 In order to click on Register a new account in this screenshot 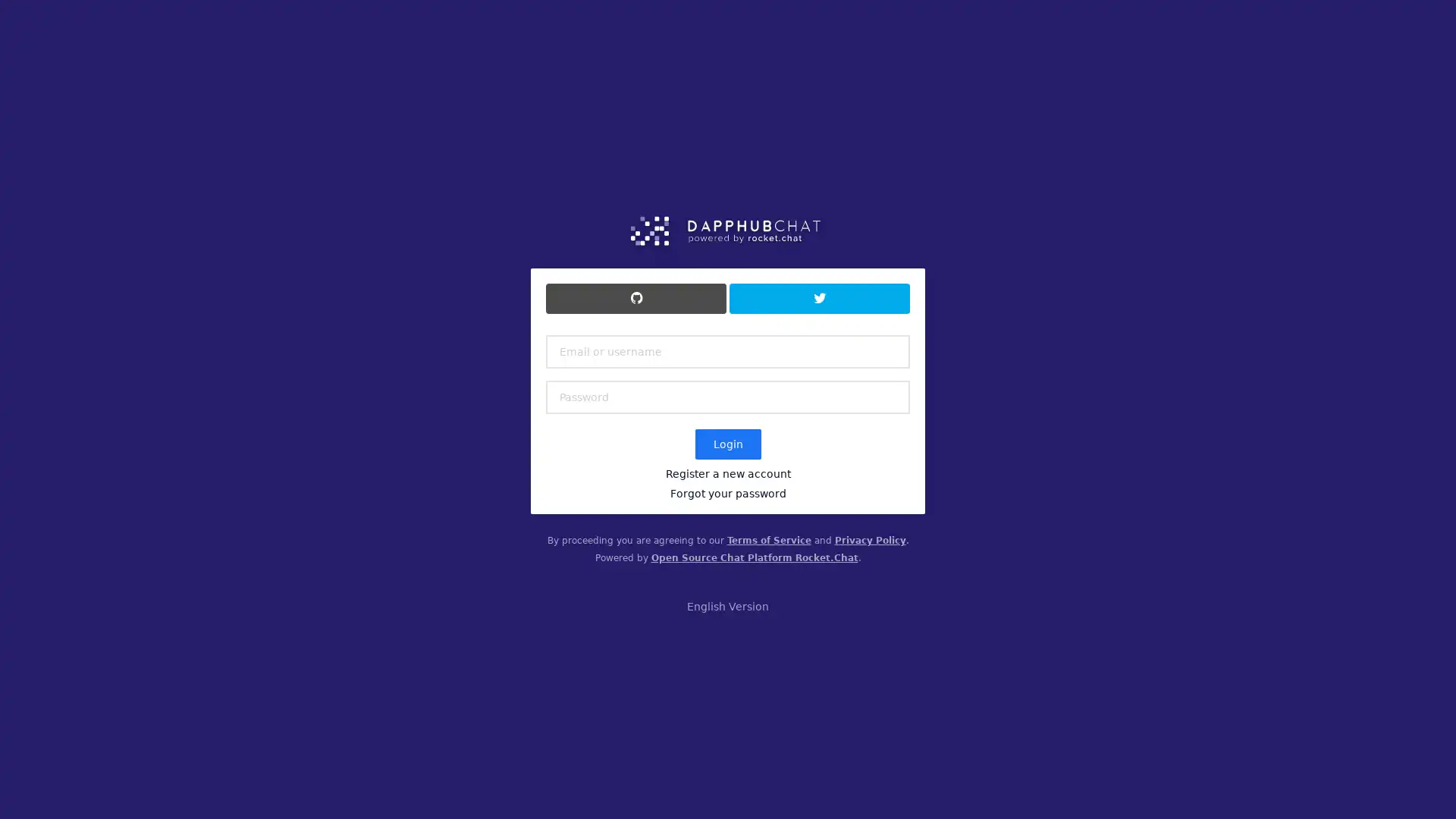, I will do `click(726, 472)`.